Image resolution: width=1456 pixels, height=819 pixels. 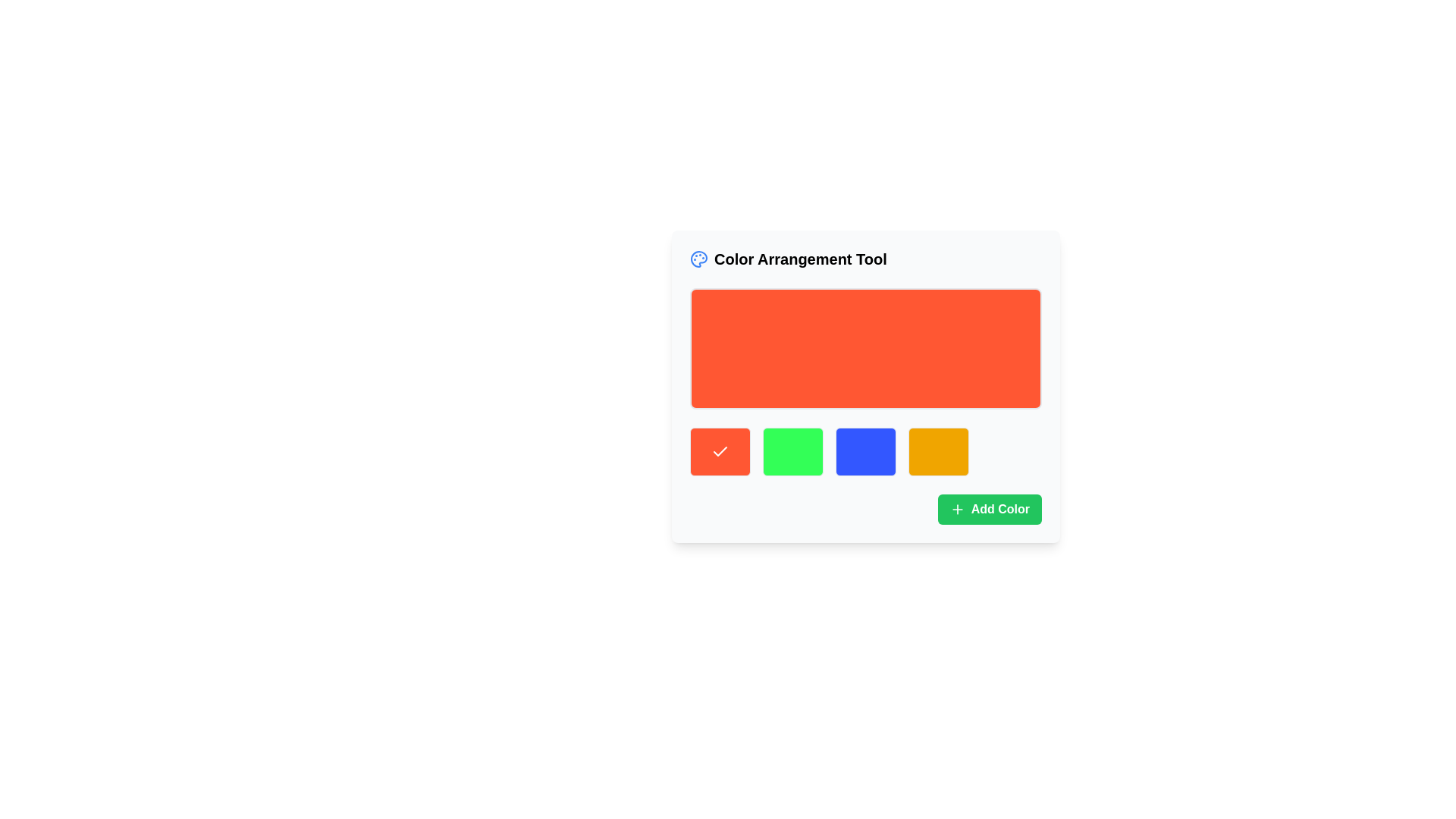 What do you see at coordinates (792, 451) in the screenshot?
I see `the selectable grid item with a bright green background located in the center row of a five-column grid, specifically the third segment from the left` at bounding box center [792, 451].